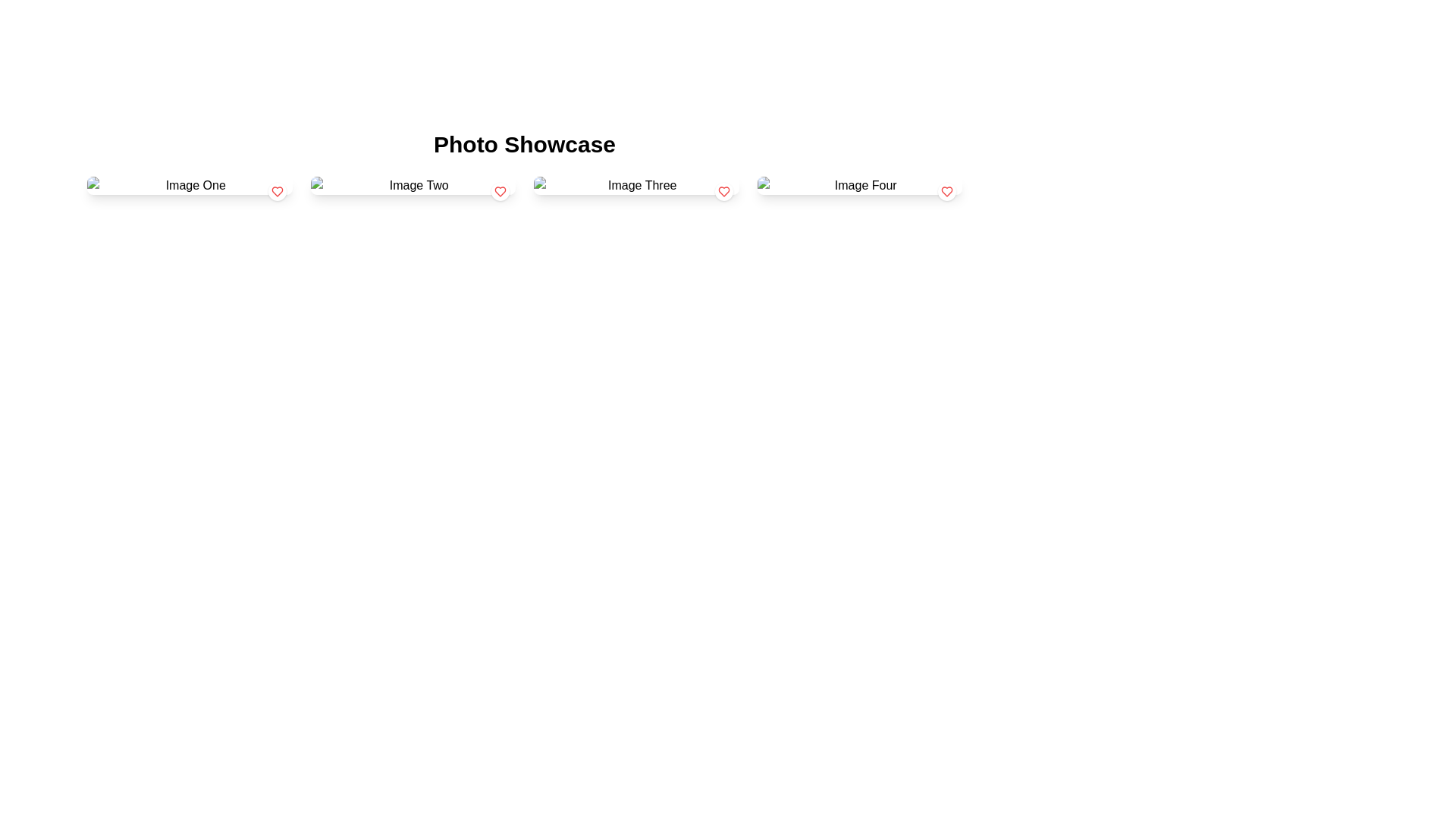  What do you see at coordinates (723, 191) in the screenshot?
I see `the favorite icon located below the 'Image Three' label in the third column of the grid layout` at bounding box center [723, 191].